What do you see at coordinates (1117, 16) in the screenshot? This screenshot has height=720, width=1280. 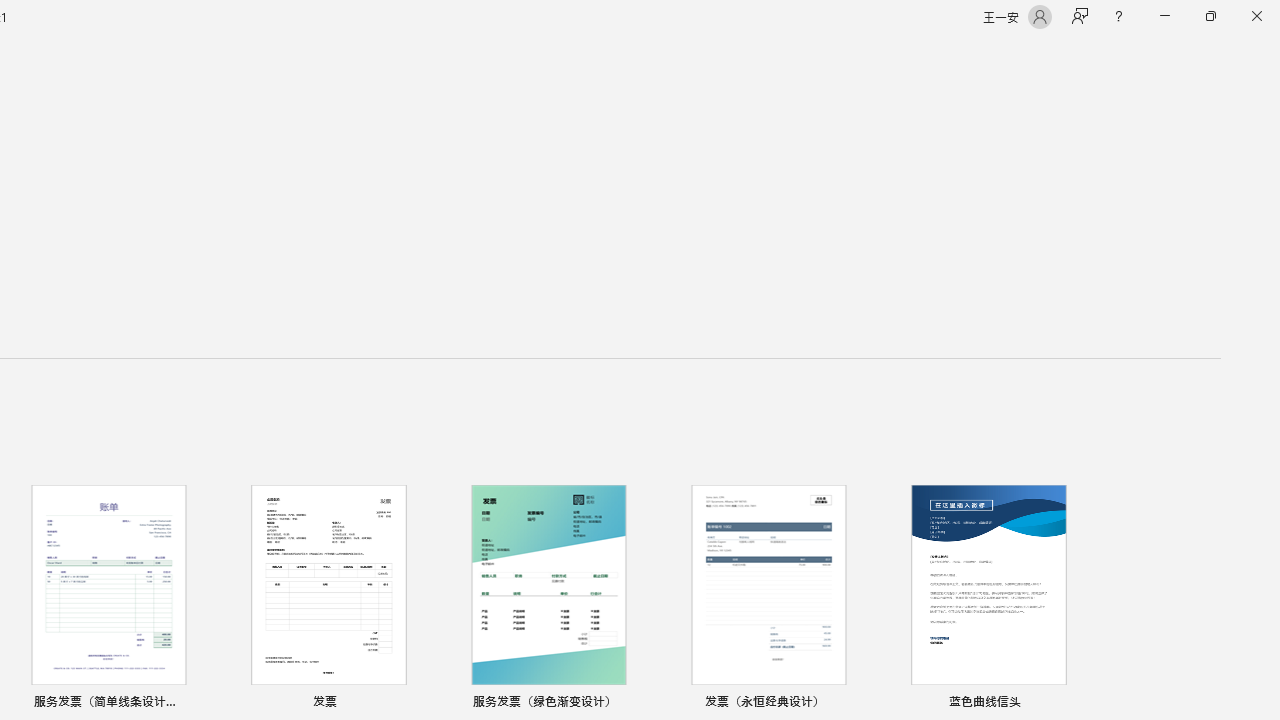 I see `'Help'` at bounding box center [1117, 16].